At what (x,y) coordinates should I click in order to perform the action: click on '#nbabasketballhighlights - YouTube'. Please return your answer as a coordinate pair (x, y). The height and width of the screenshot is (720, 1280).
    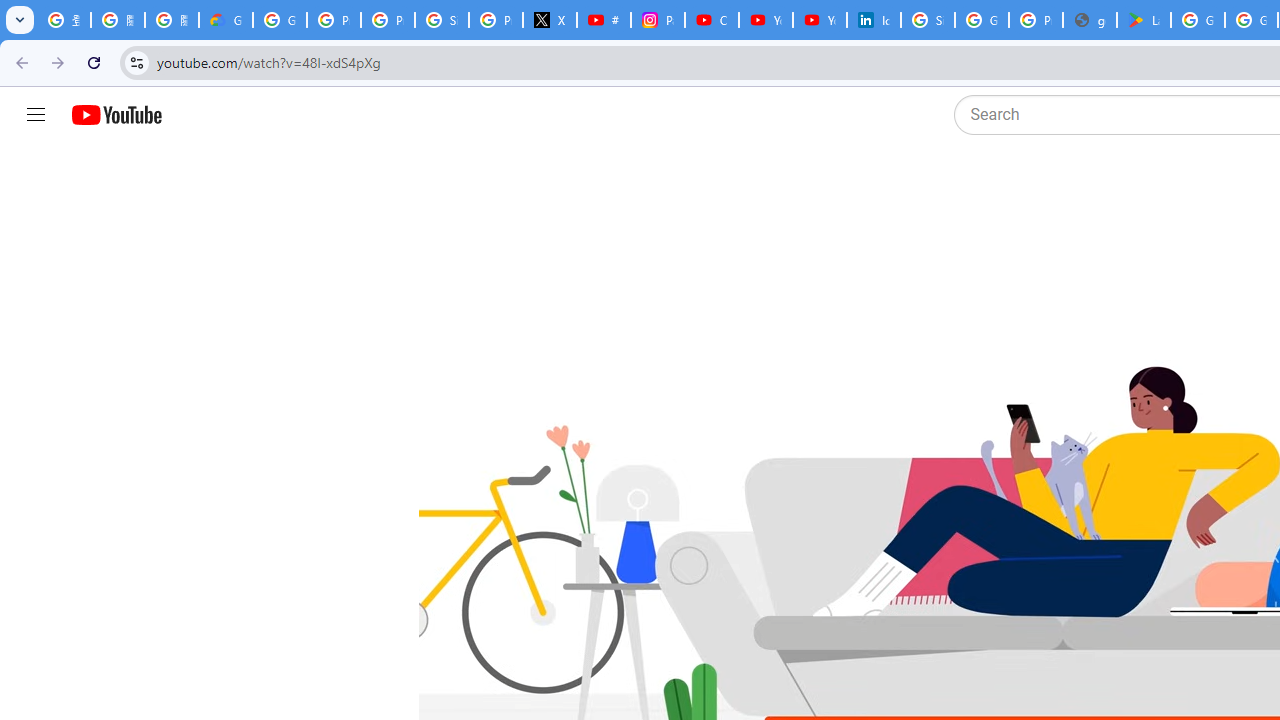
    Looking at the image, I should click on (603, 20).